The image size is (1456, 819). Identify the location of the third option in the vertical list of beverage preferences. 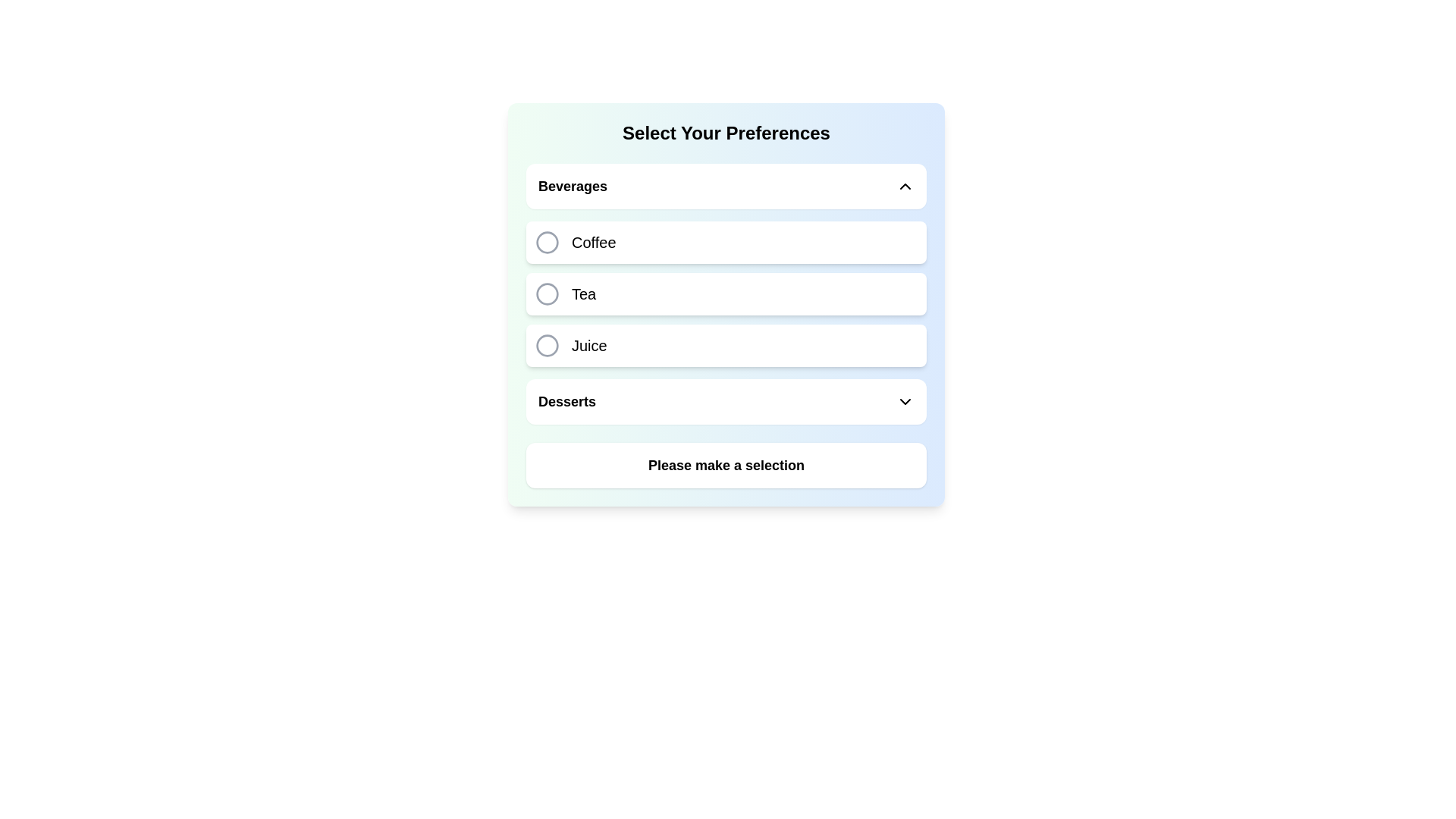
(726, 345).